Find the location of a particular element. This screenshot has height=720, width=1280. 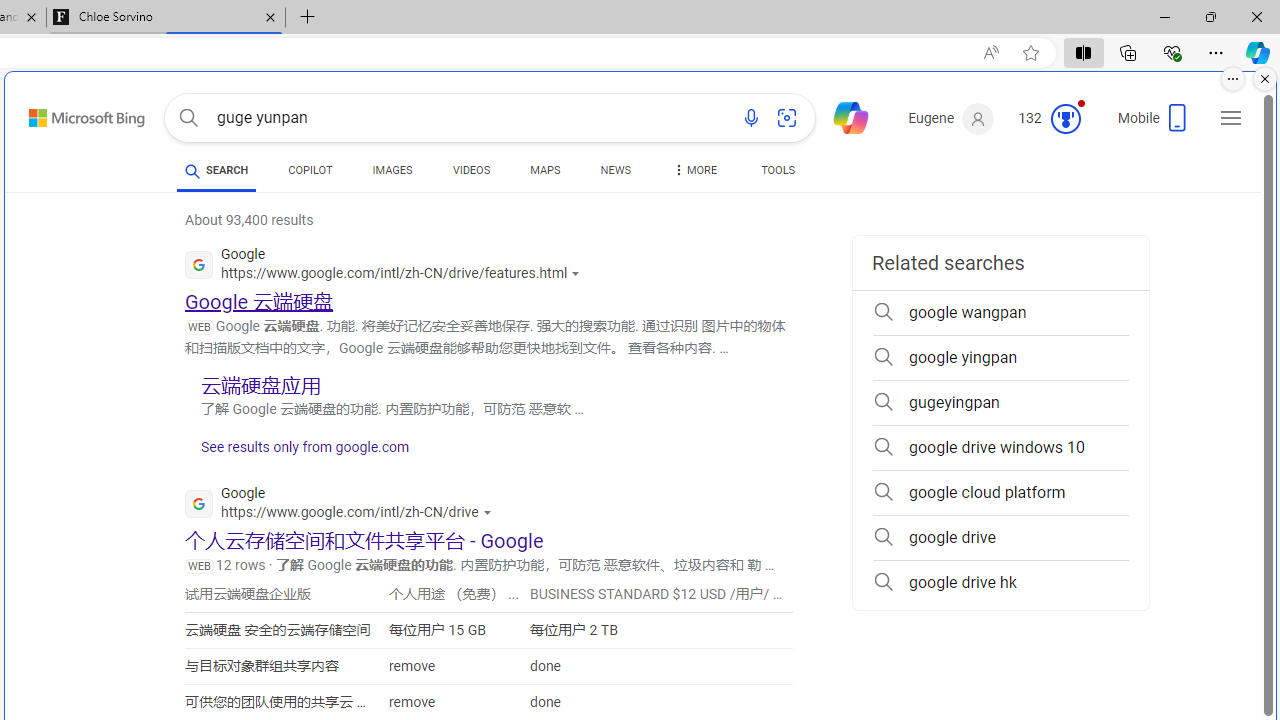

'COPILOT' is located at coordinates (309, 172).